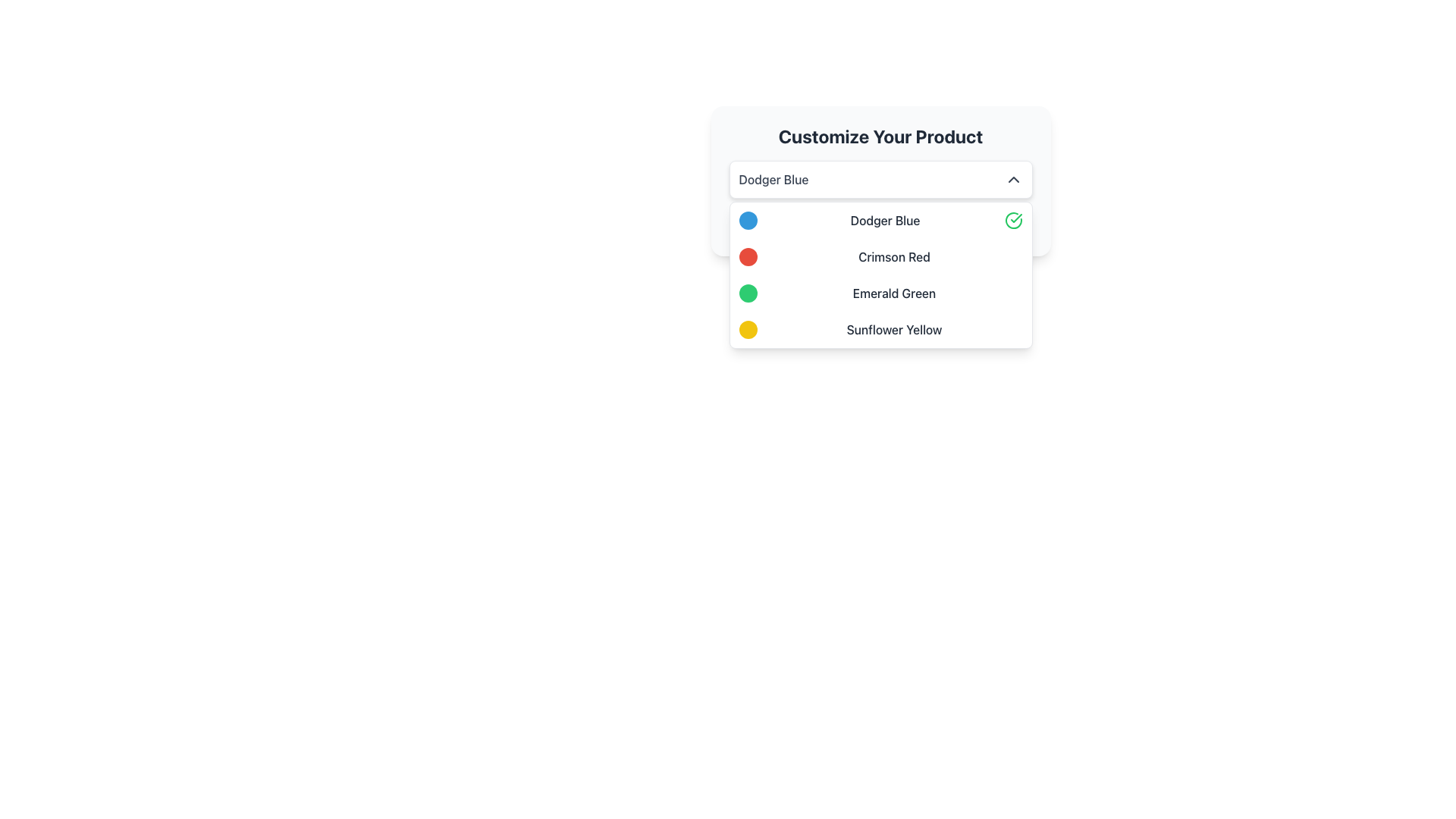 The height and width of the screenshot is (819, 1456). What do you see at coordinates (880, 275) in the screenshot?
I see `the dropdown menu` at bounding box center [880, 275].